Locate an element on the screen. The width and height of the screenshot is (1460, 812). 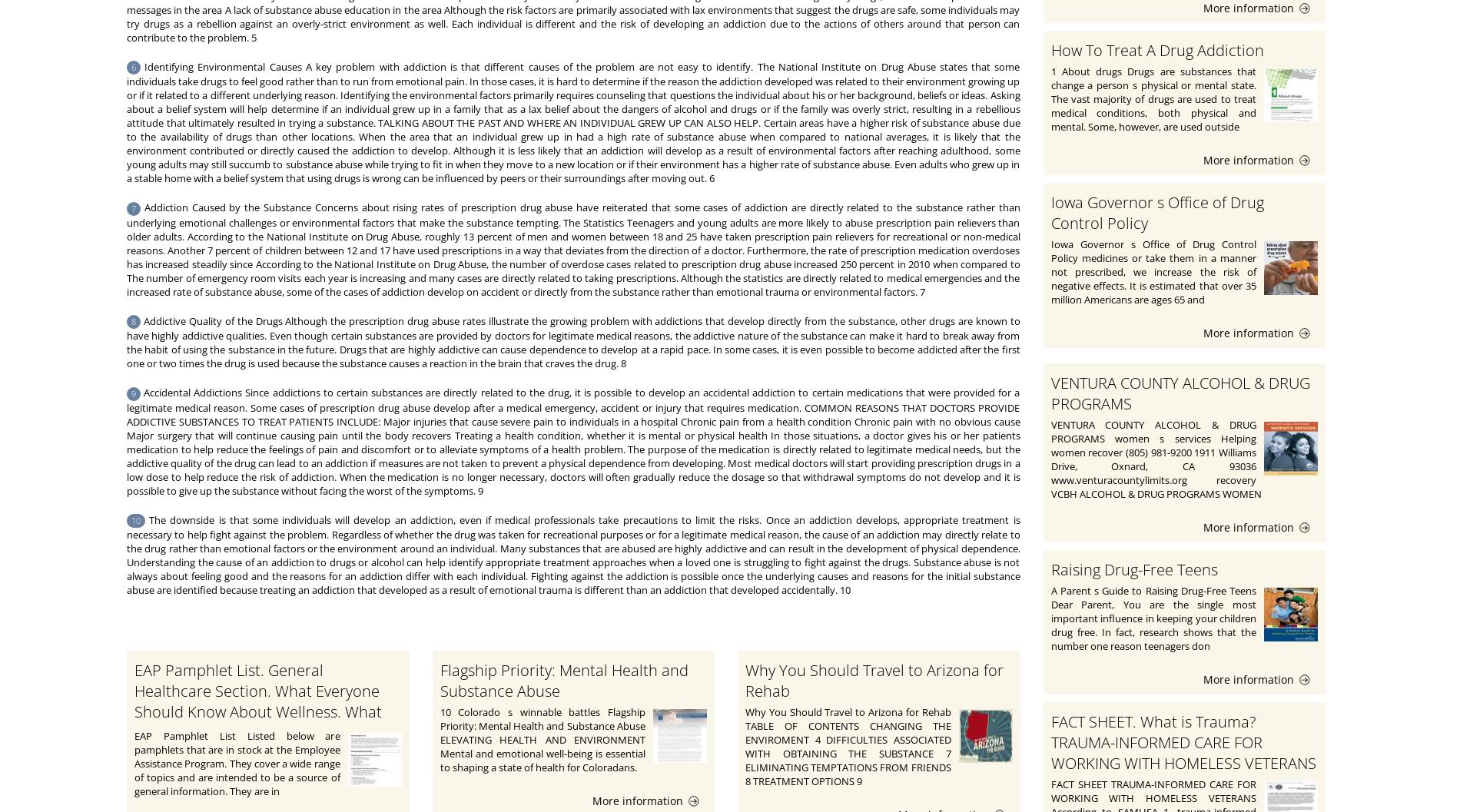
'7' is located at coordinates (134, 207).